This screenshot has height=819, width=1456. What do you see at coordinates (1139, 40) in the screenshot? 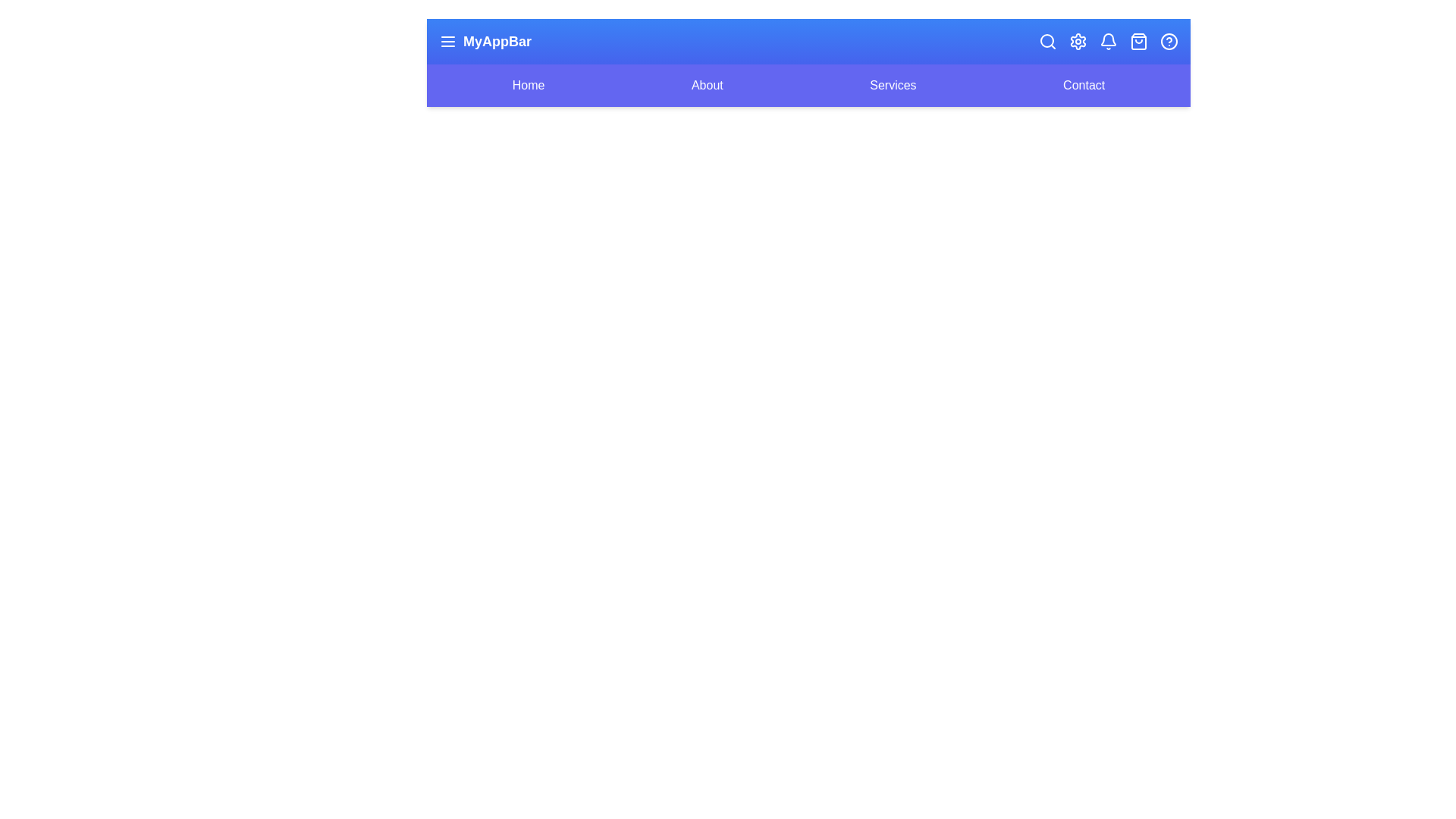
I see `the shopping_bag icon to perform its action` at bounding box center [1139, 40].